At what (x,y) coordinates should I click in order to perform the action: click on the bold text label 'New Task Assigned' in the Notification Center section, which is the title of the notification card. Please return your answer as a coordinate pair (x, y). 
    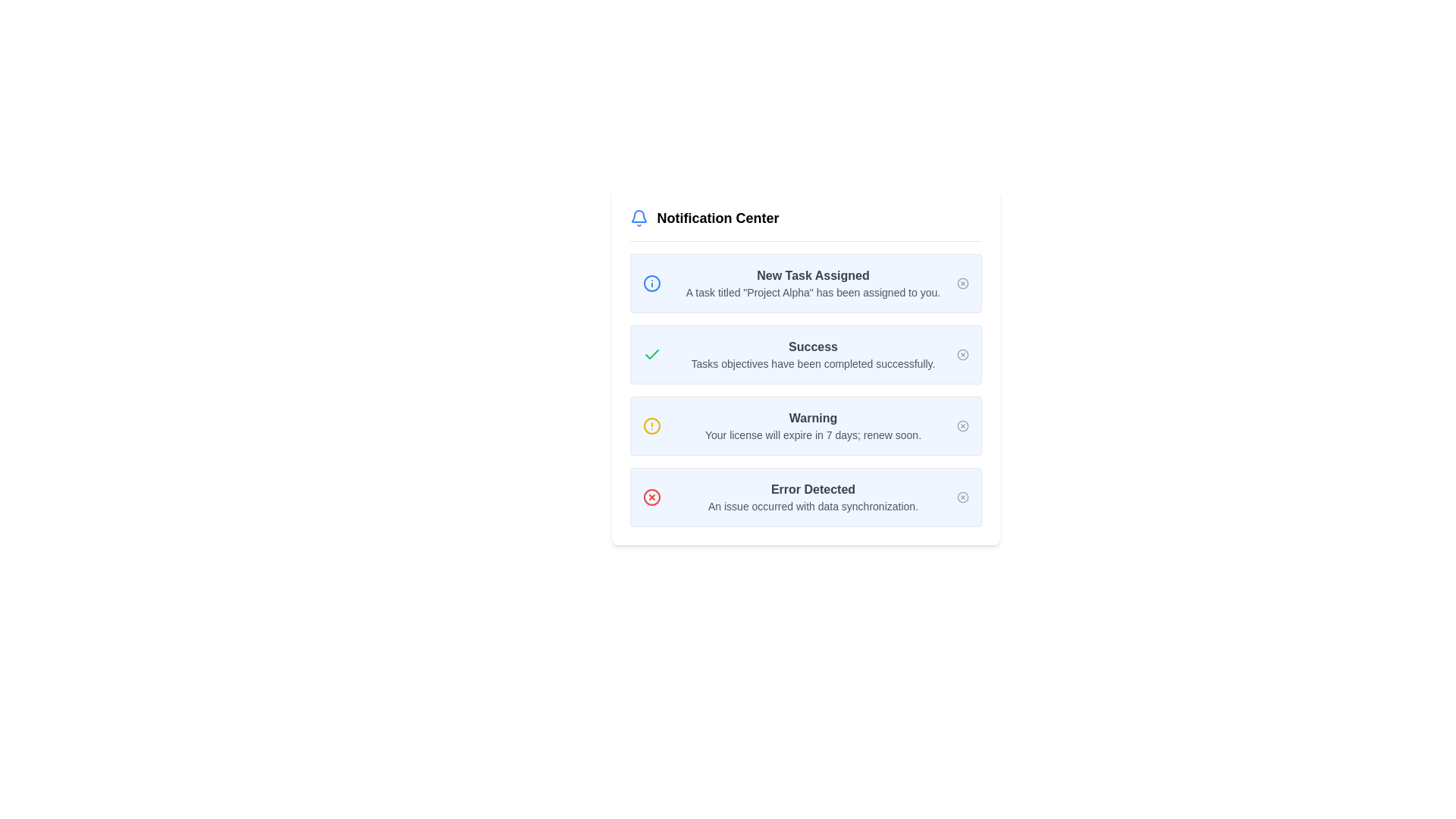
    Looking at the image, I should click on (812, 275).